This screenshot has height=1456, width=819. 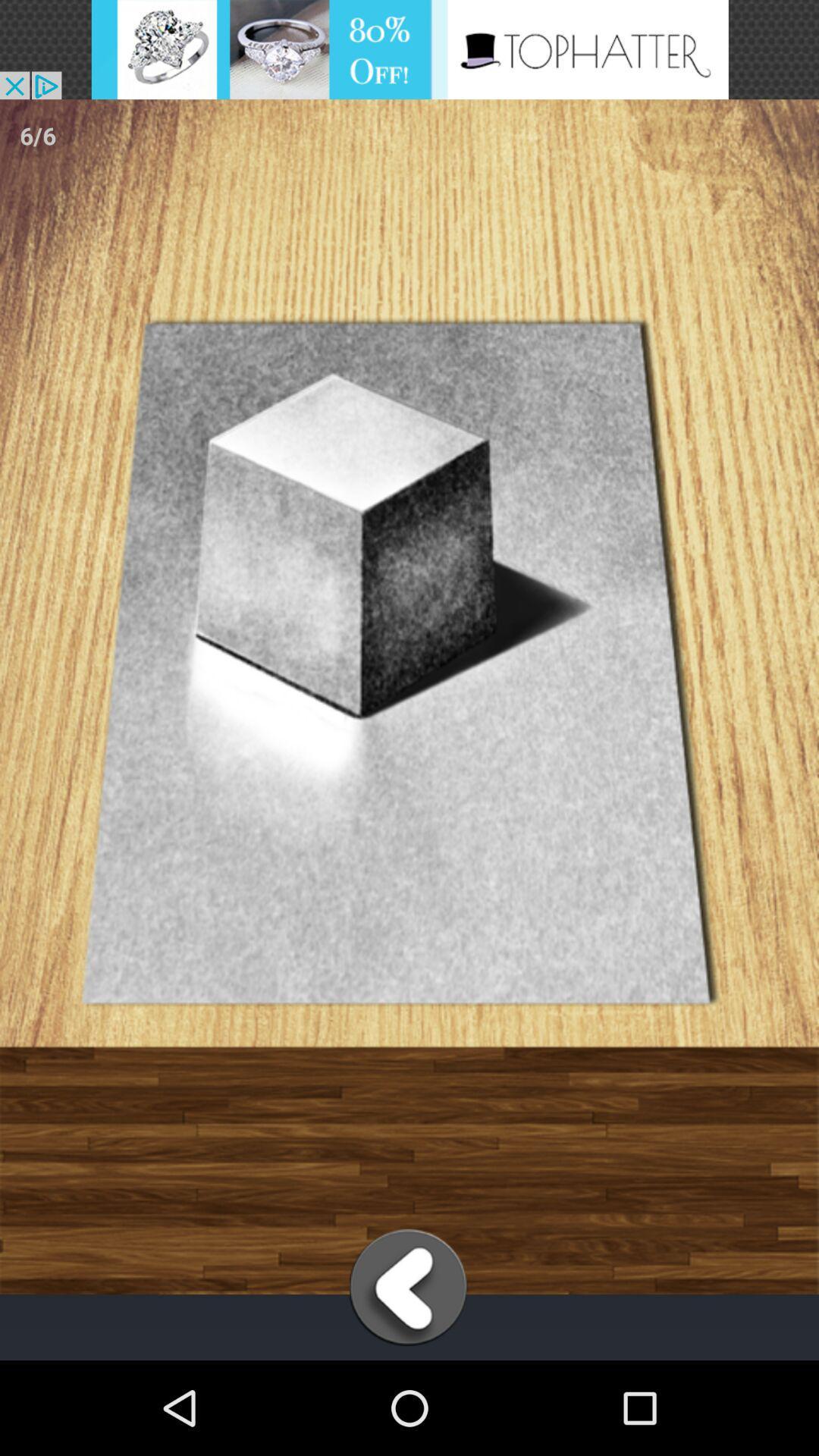 What do you see at coordinates (409, 1288) in the screenshot?
I see `go back` at bounding box center [409, 1288].